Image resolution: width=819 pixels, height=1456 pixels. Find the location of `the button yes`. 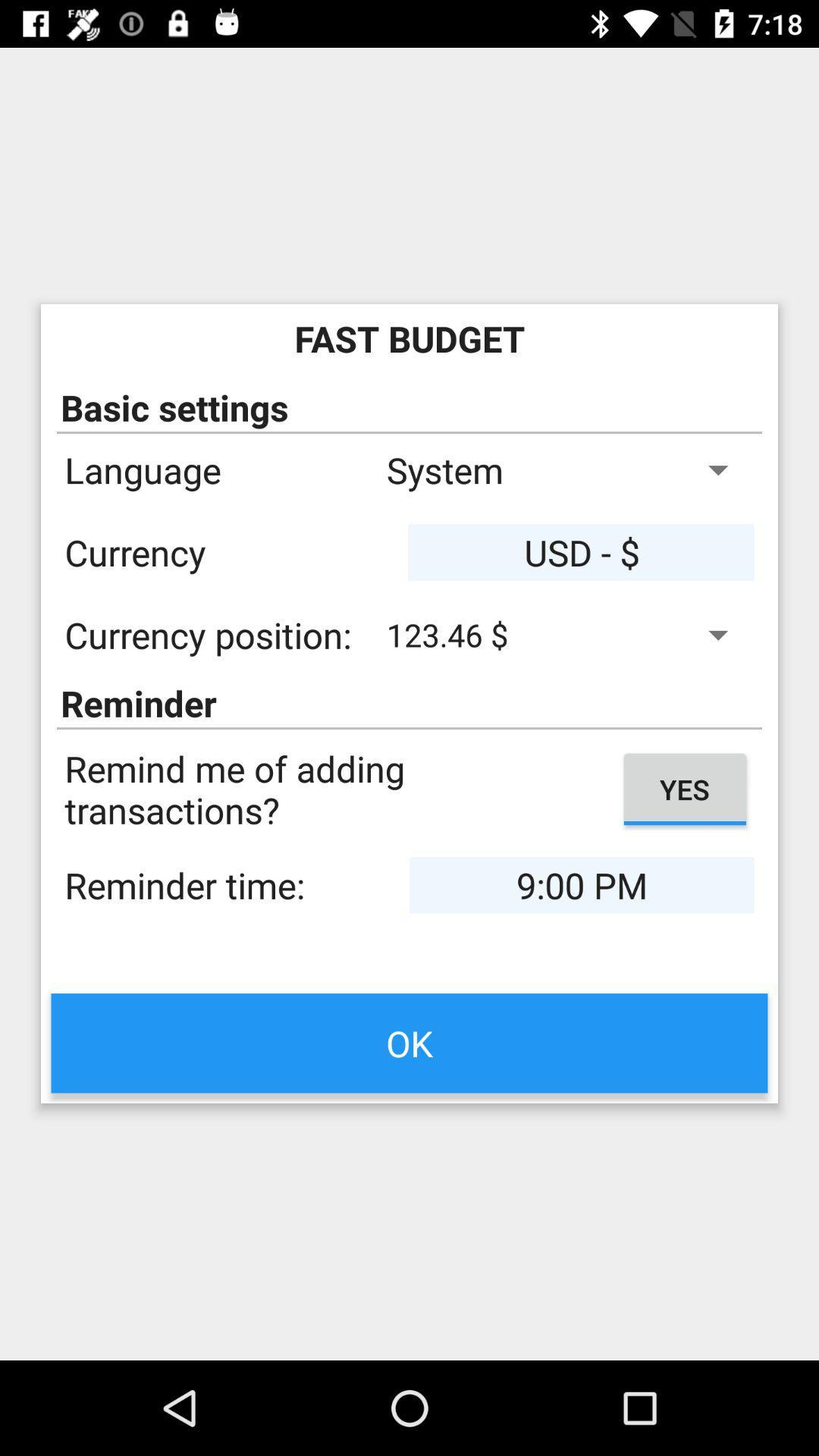

the button yes is located at coordinates (685, 789).